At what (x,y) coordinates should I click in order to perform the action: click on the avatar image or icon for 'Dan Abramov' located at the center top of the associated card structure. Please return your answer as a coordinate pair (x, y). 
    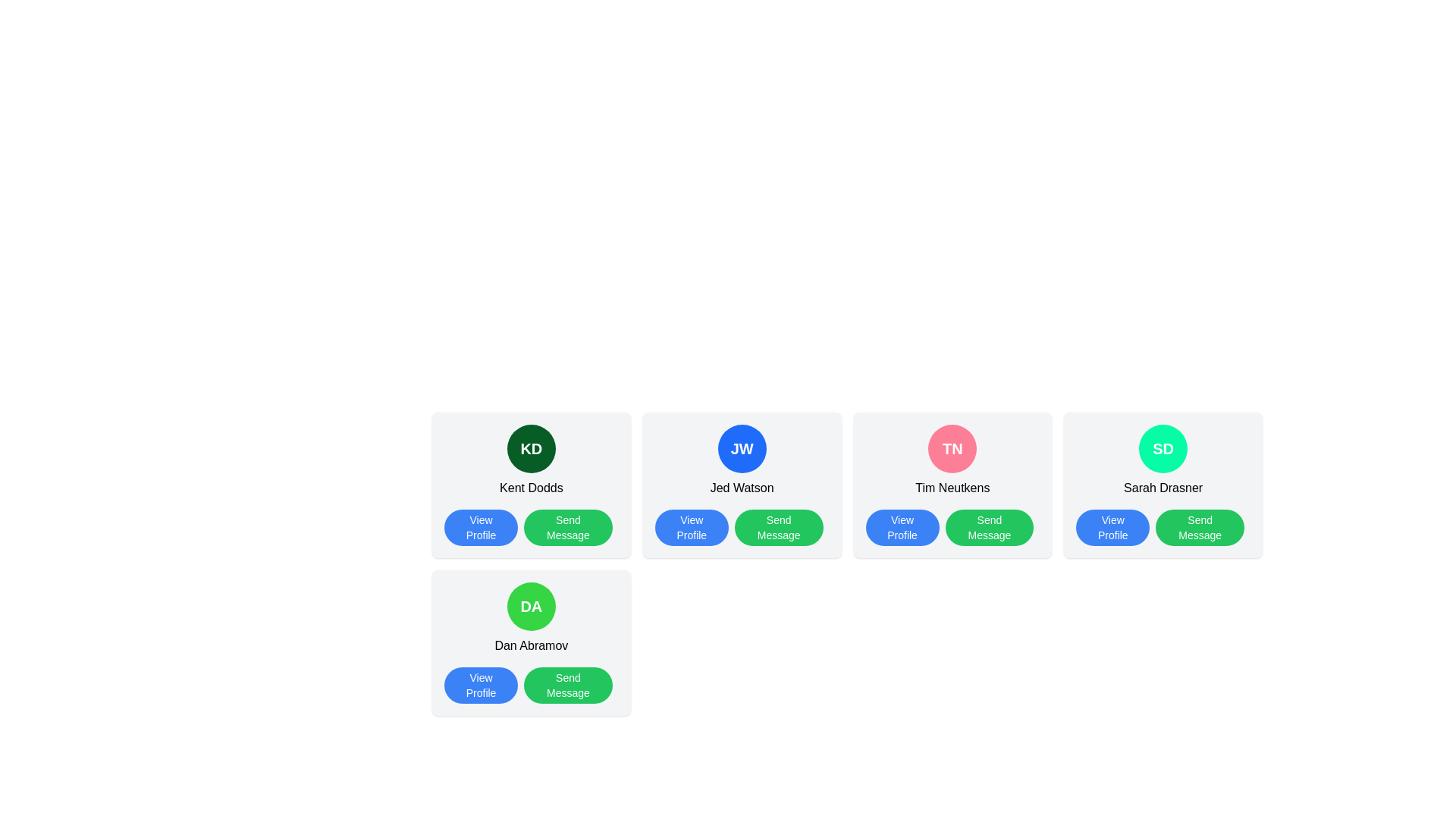
    Looking at the image, I should click on (531, 605).